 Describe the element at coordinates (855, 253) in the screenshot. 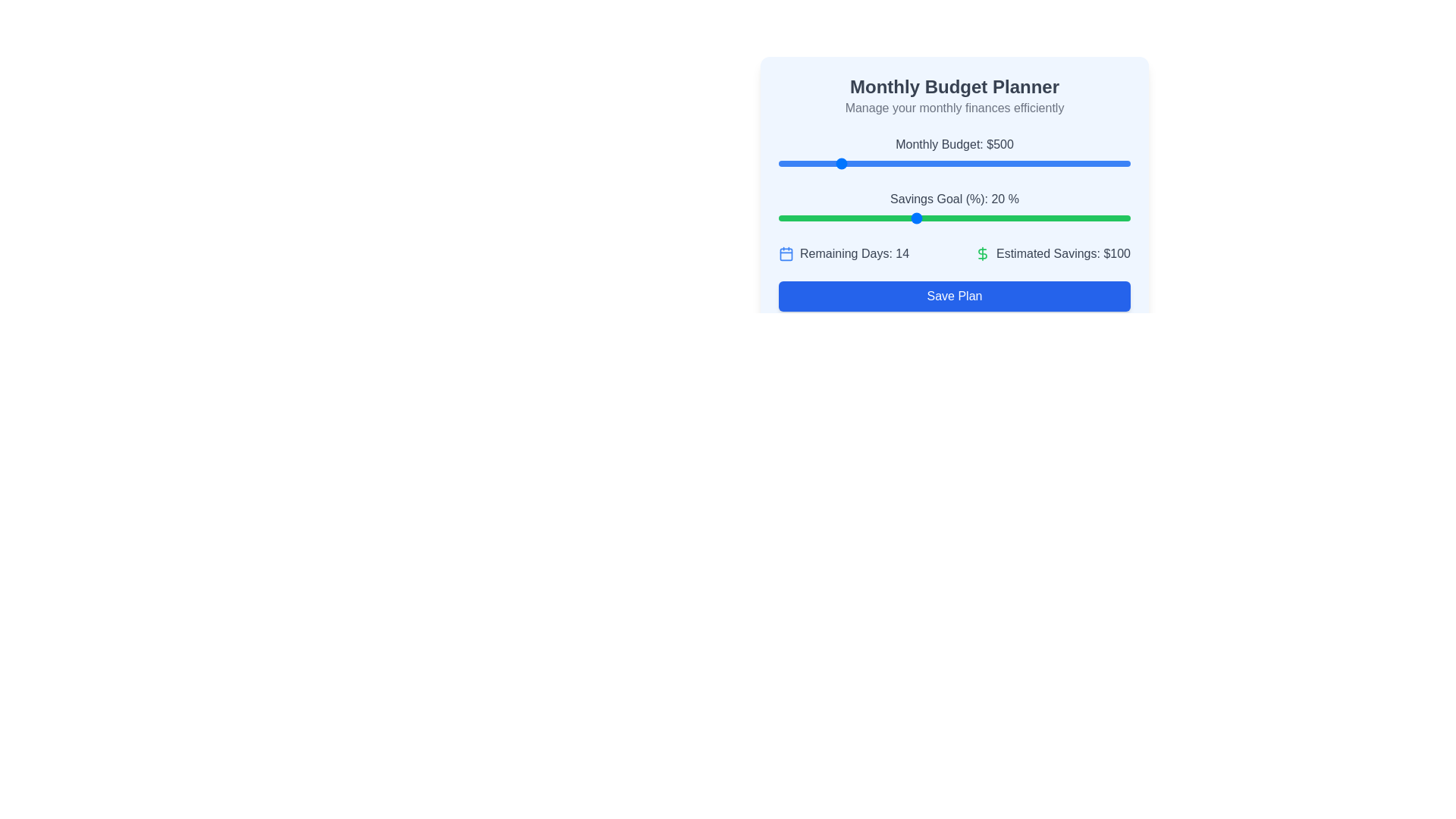

I see `the text label displaying the number of days remaining for a certain event in the budget planner interface, located to the right of the blue calendar icon` at that location.